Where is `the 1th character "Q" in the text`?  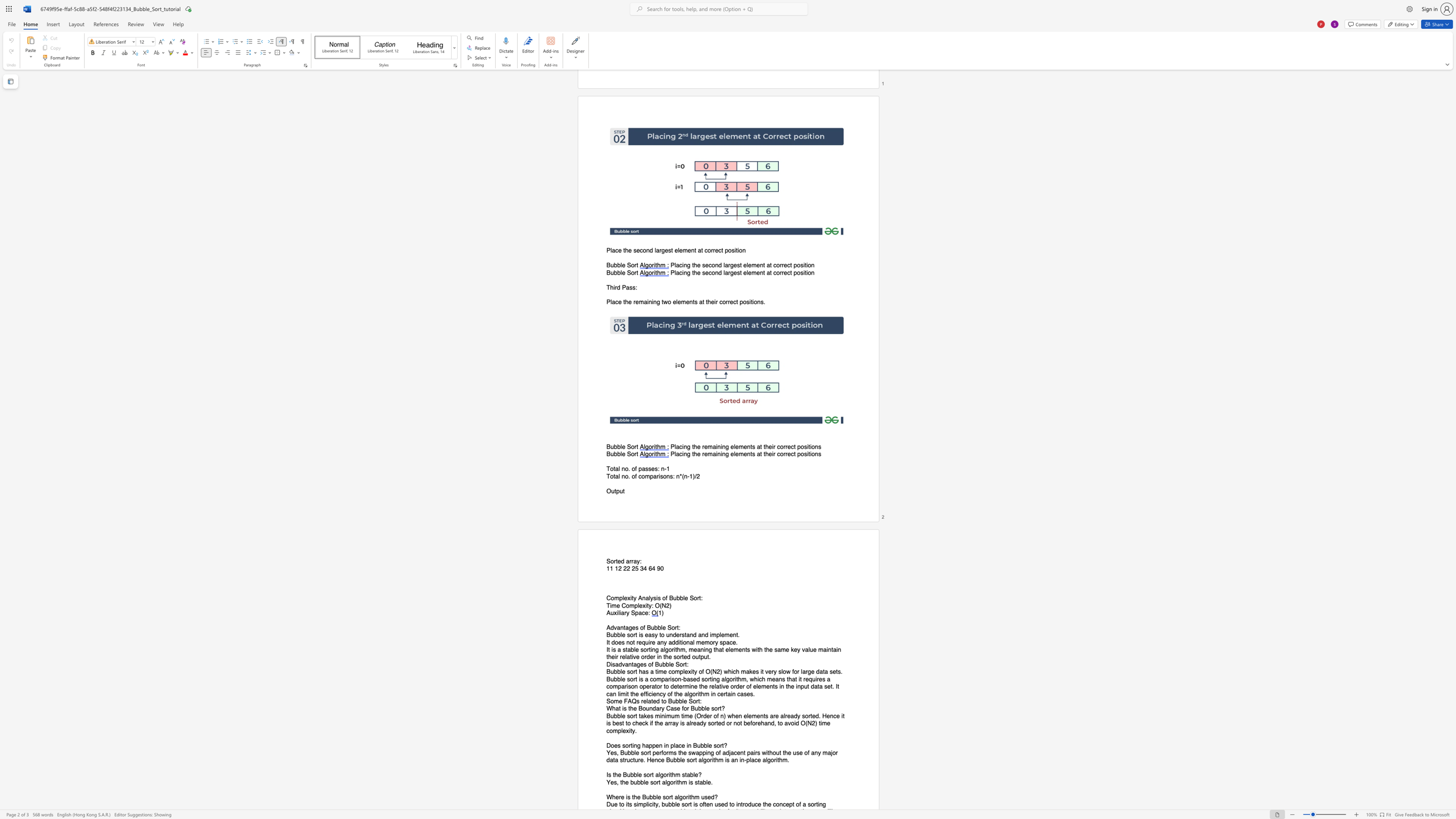
the 1th character "Q" in the text is located at coordinates (634, 701).